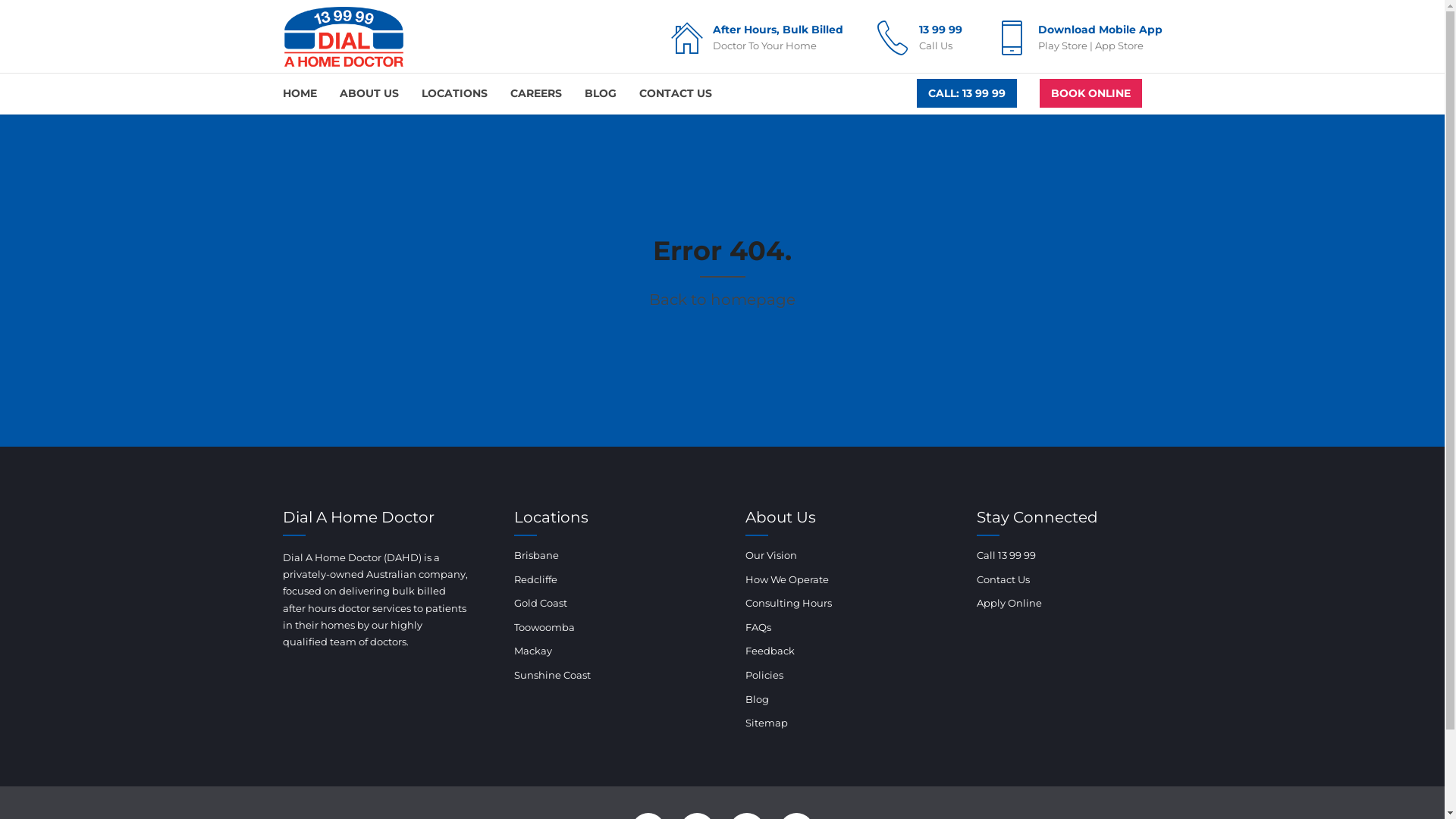 Image resolution: width=1456 pixels, height=819 pixels. I want to click on 'Consulting Hours', so click(787, 601).